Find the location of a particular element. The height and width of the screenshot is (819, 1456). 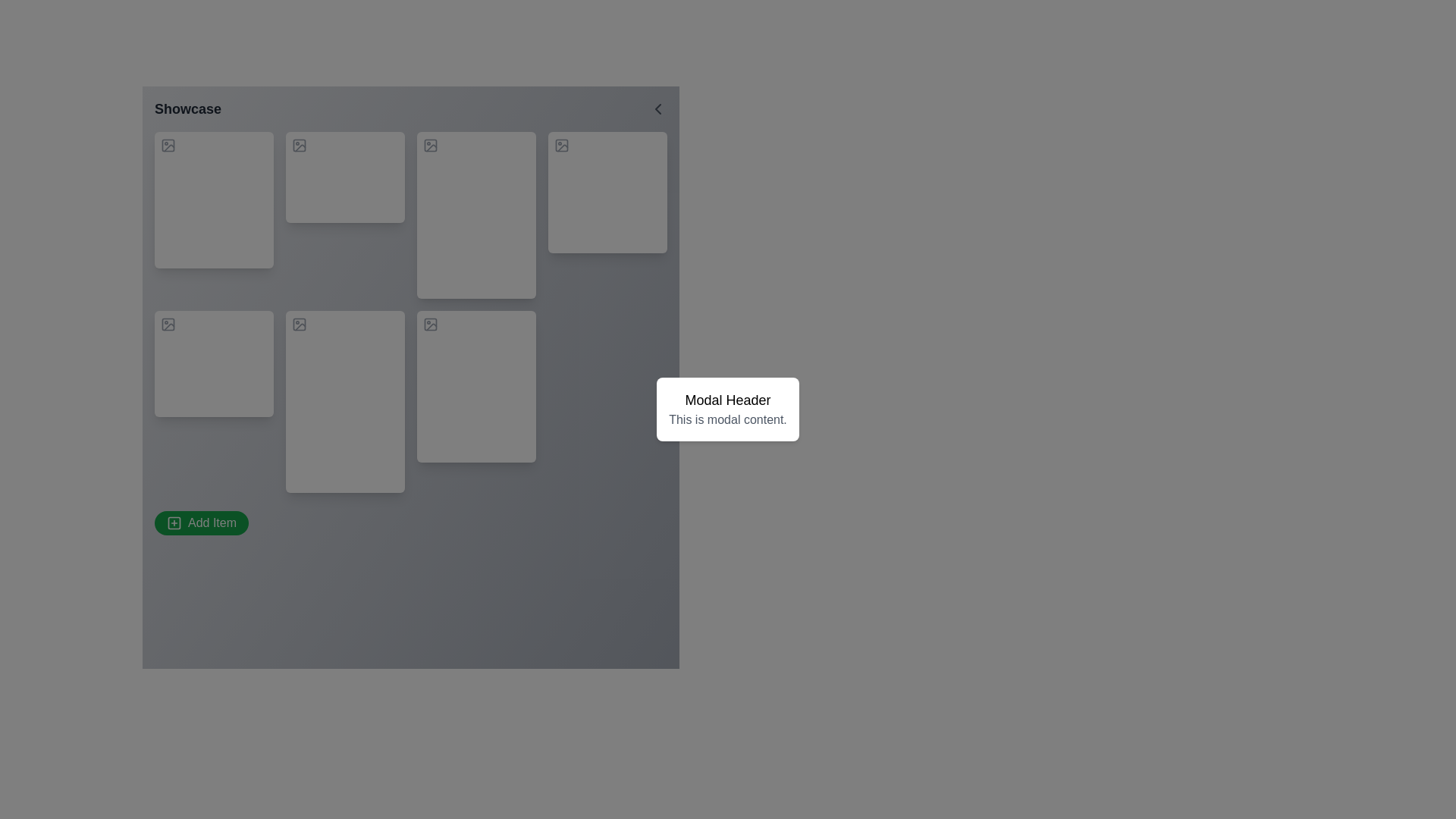

the decorative UI element, a small gray rounded rectangle located in the top-left corner of the tile in the second row of the grid in the 'Showcase' section is located at coordinates (168, 324).